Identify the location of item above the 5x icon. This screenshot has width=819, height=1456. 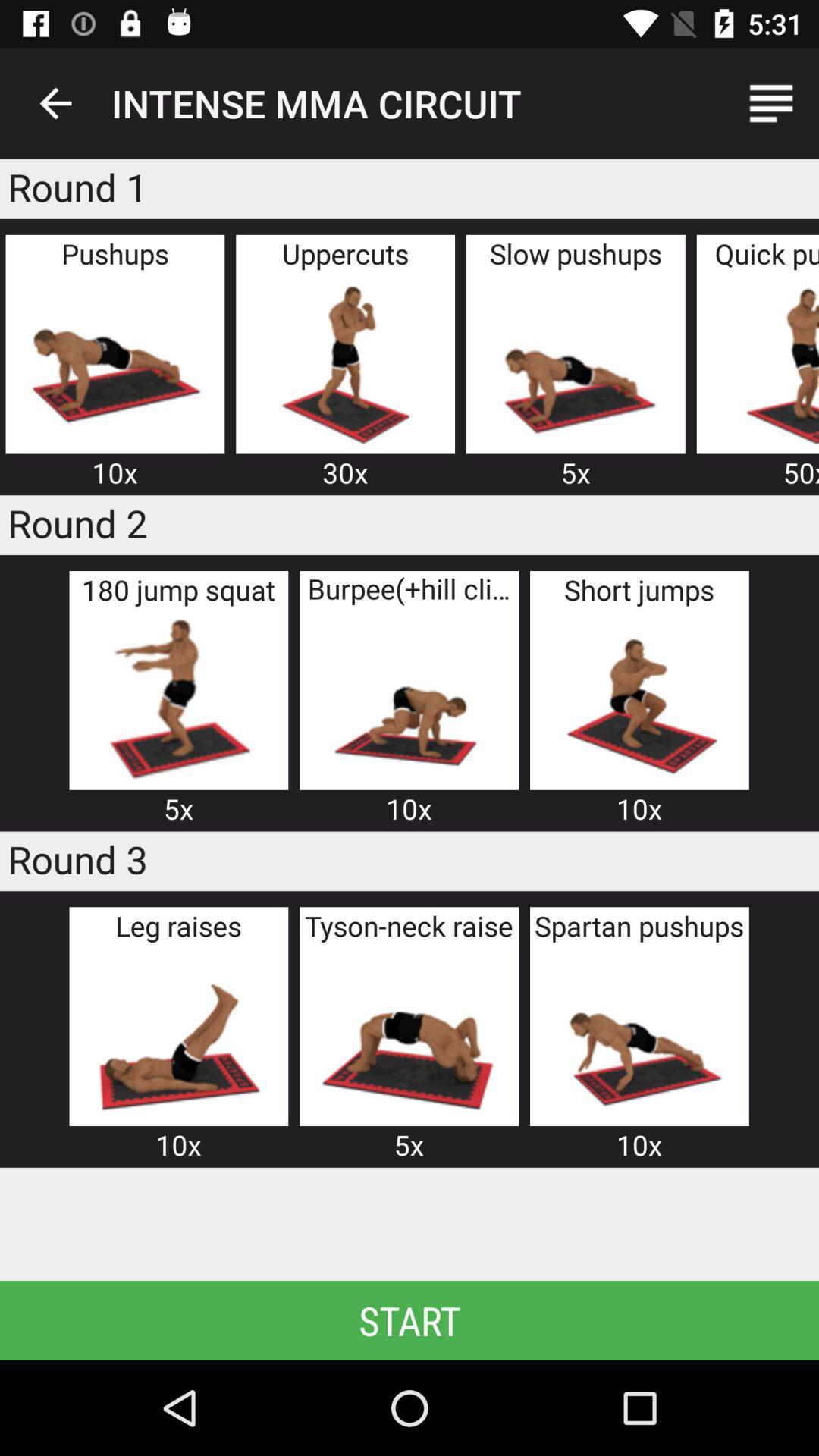
(177, 698).